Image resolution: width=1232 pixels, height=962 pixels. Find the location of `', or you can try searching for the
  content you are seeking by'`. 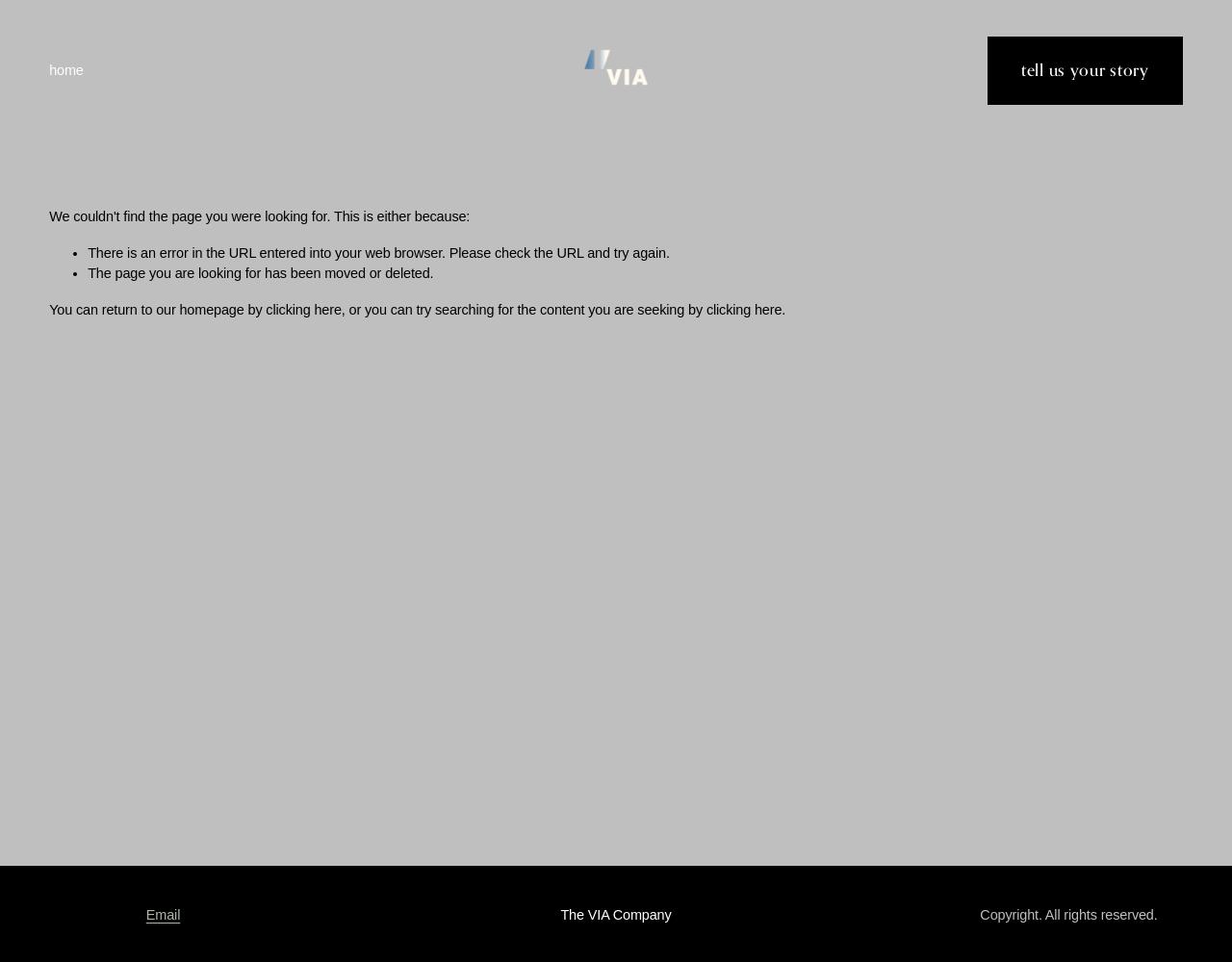

', or you can try searching for the
  content you are seeking by' is located at coordinates (523, 309).